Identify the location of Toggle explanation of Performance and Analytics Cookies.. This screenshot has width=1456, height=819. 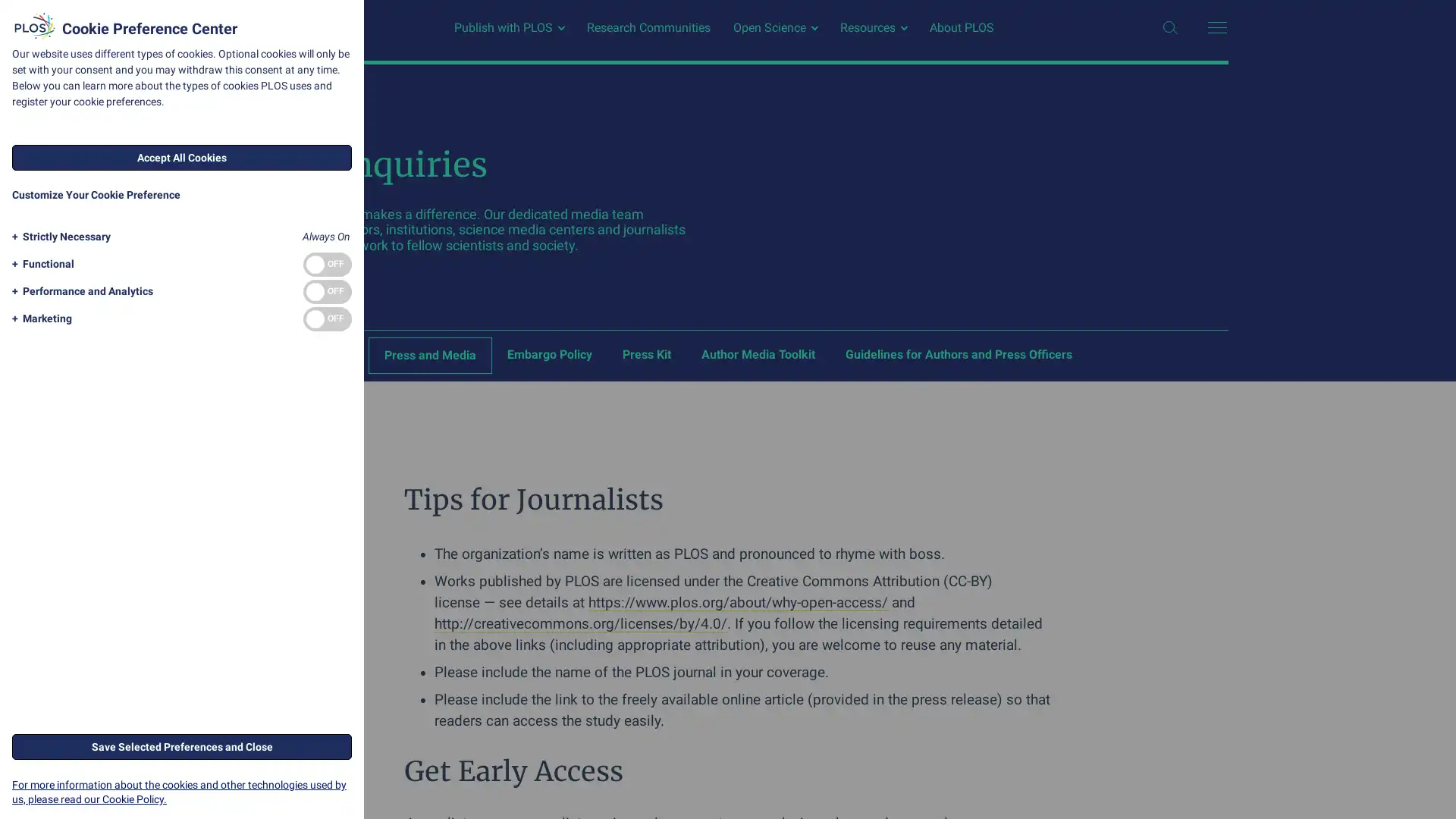
(79, 291).